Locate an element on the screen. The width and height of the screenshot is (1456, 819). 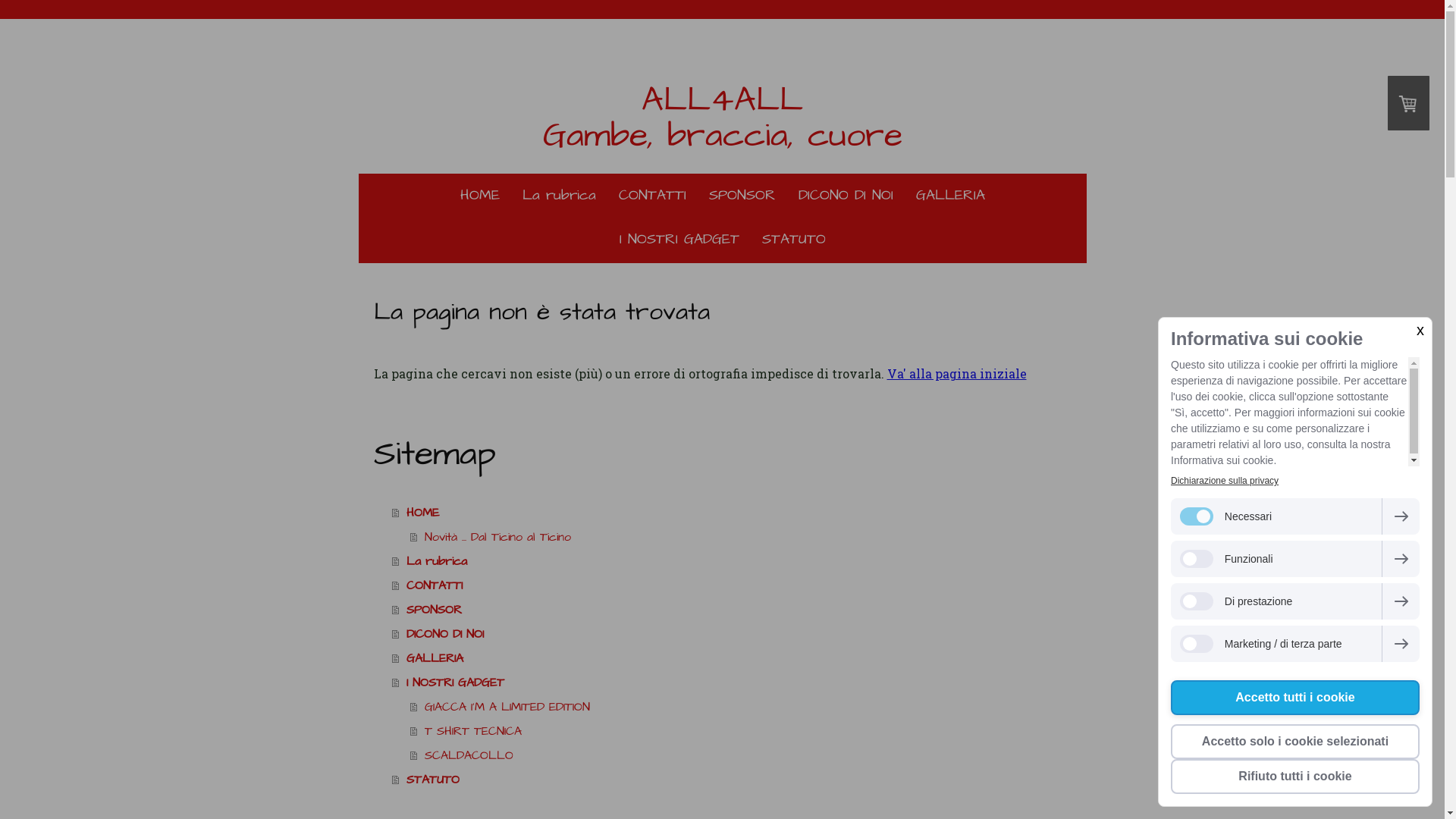
'ALL4ALL is located at coordinates (722, 118).